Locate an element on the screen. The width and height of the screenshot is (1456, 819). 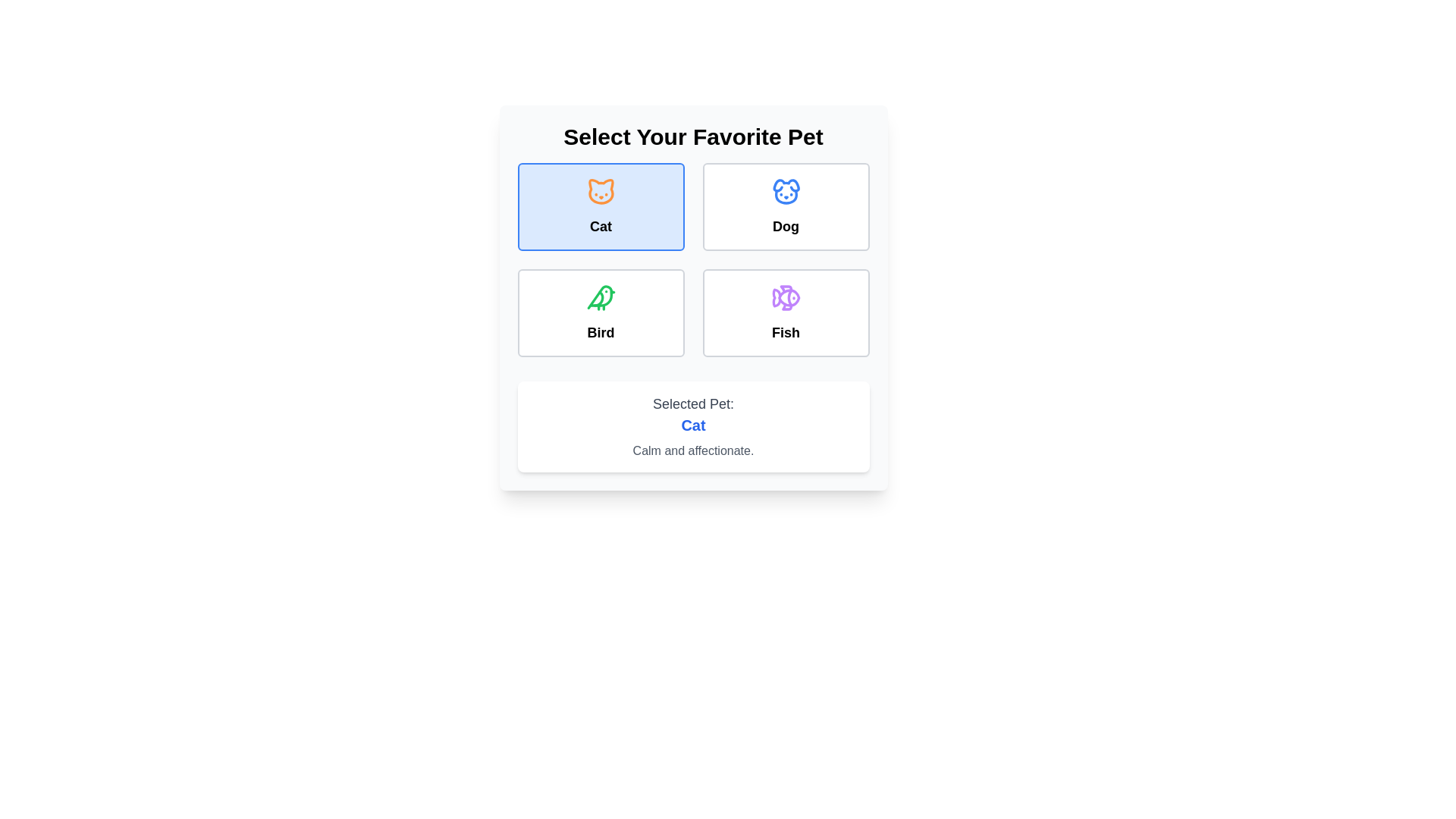
the button representing the 'Dog' category is located at coordinates (786, 207).